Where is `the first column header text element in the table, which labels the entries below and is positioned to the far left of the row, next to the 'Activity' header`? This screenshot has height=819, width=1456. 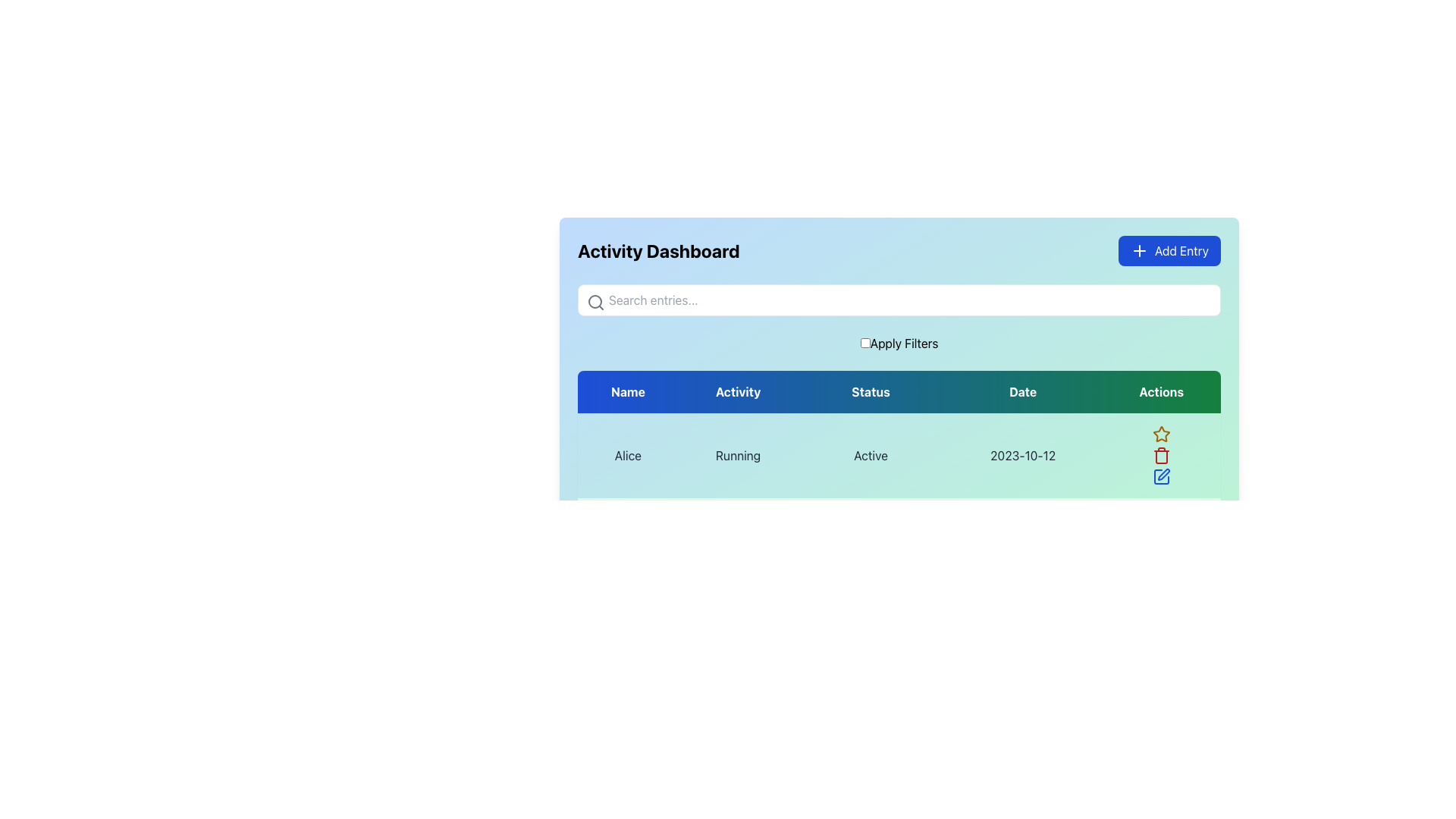
the first column header text element in the table, which labels the entries below and is positioned to the far left of the row, next to the 'Activity' header is located at coordinates (628, 391).